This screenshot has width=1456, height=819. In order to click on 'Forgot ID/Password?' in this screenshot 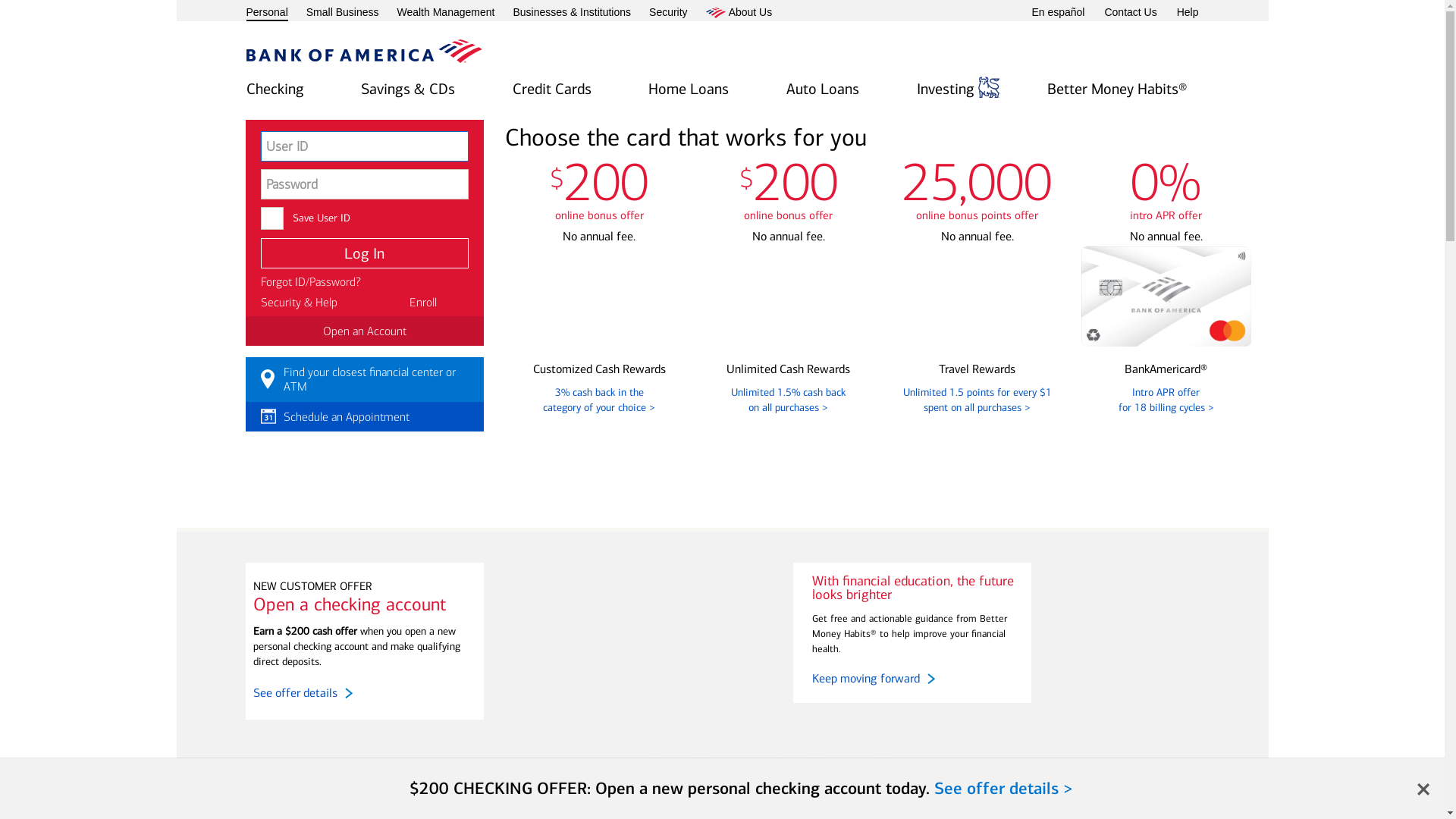, I will do `click(261, 281)`.